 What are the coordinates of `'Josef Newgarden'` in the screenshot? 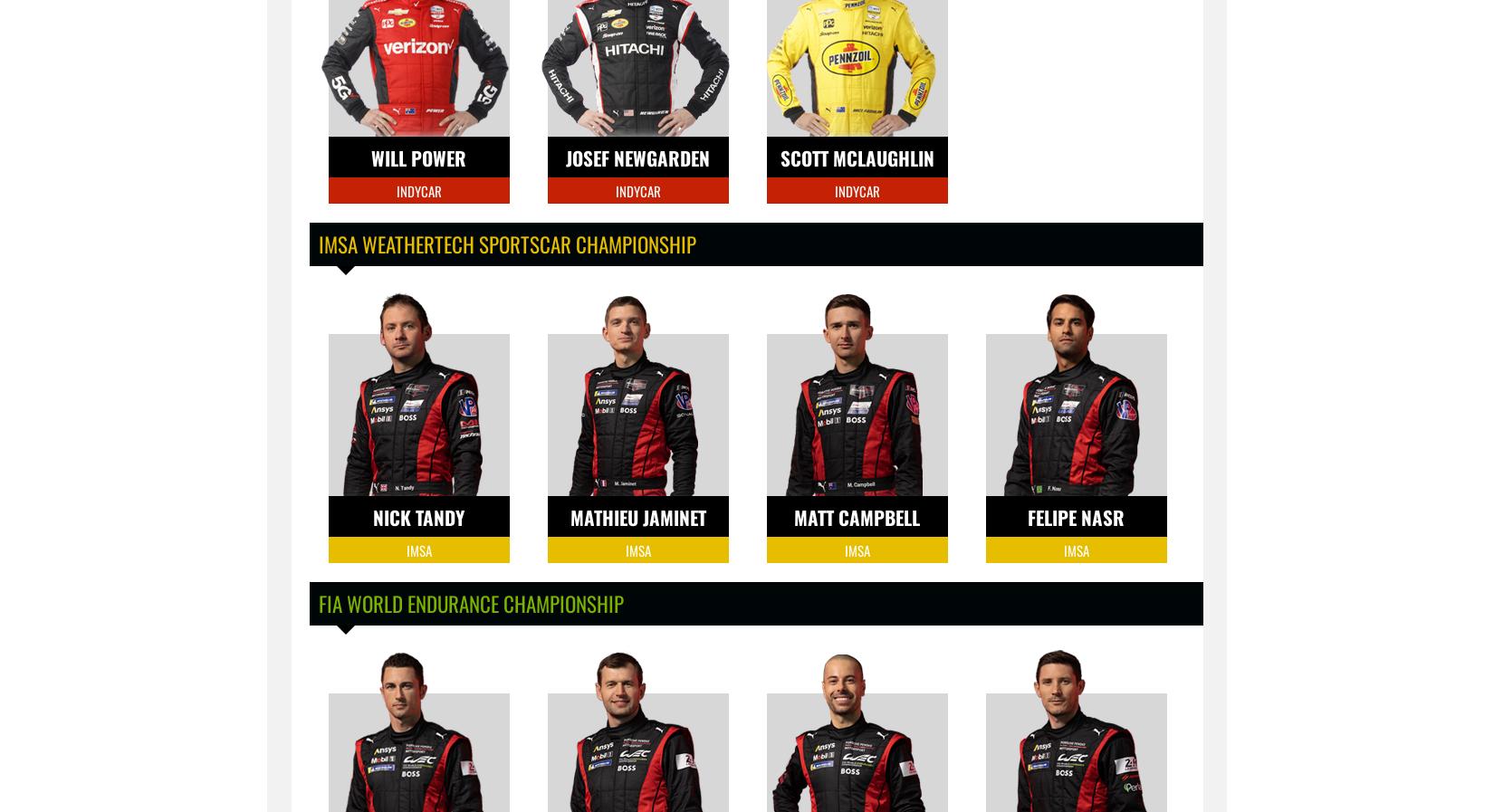 It's located at (637, 157).